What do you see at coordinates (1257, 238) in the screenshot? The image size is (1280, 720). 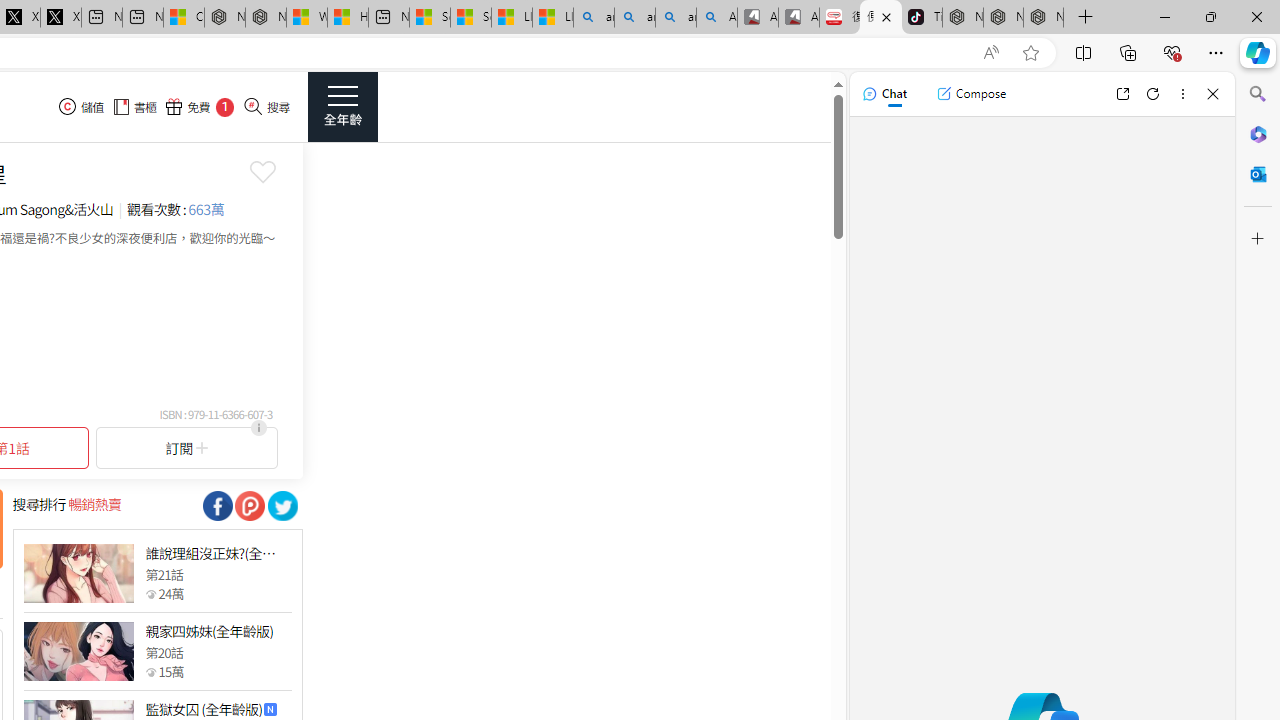 I see `'Customize'` at bounding box center [1257, 238].